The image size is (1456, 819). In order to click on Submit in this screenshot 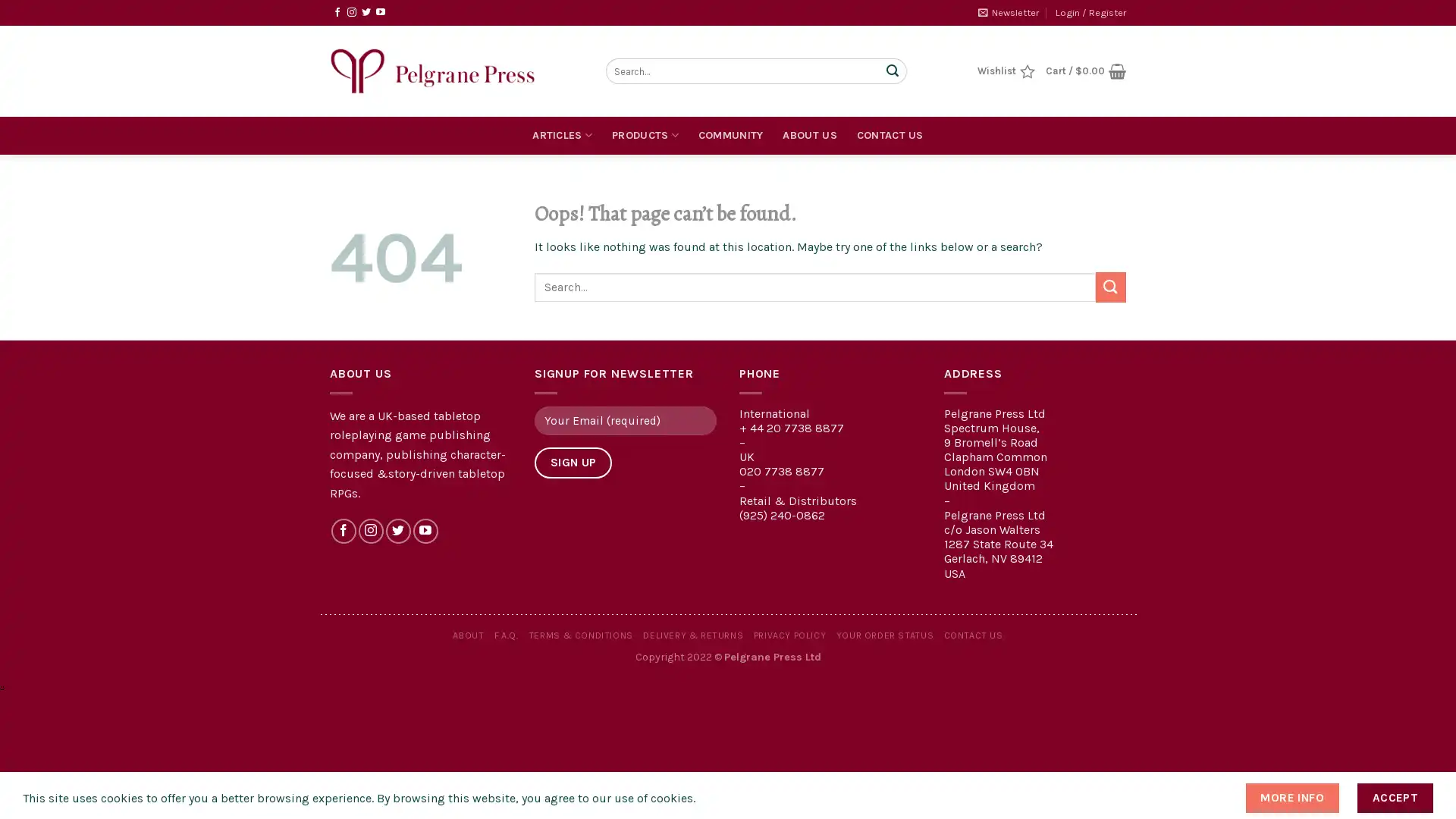, I will do `click(892, 71)`.